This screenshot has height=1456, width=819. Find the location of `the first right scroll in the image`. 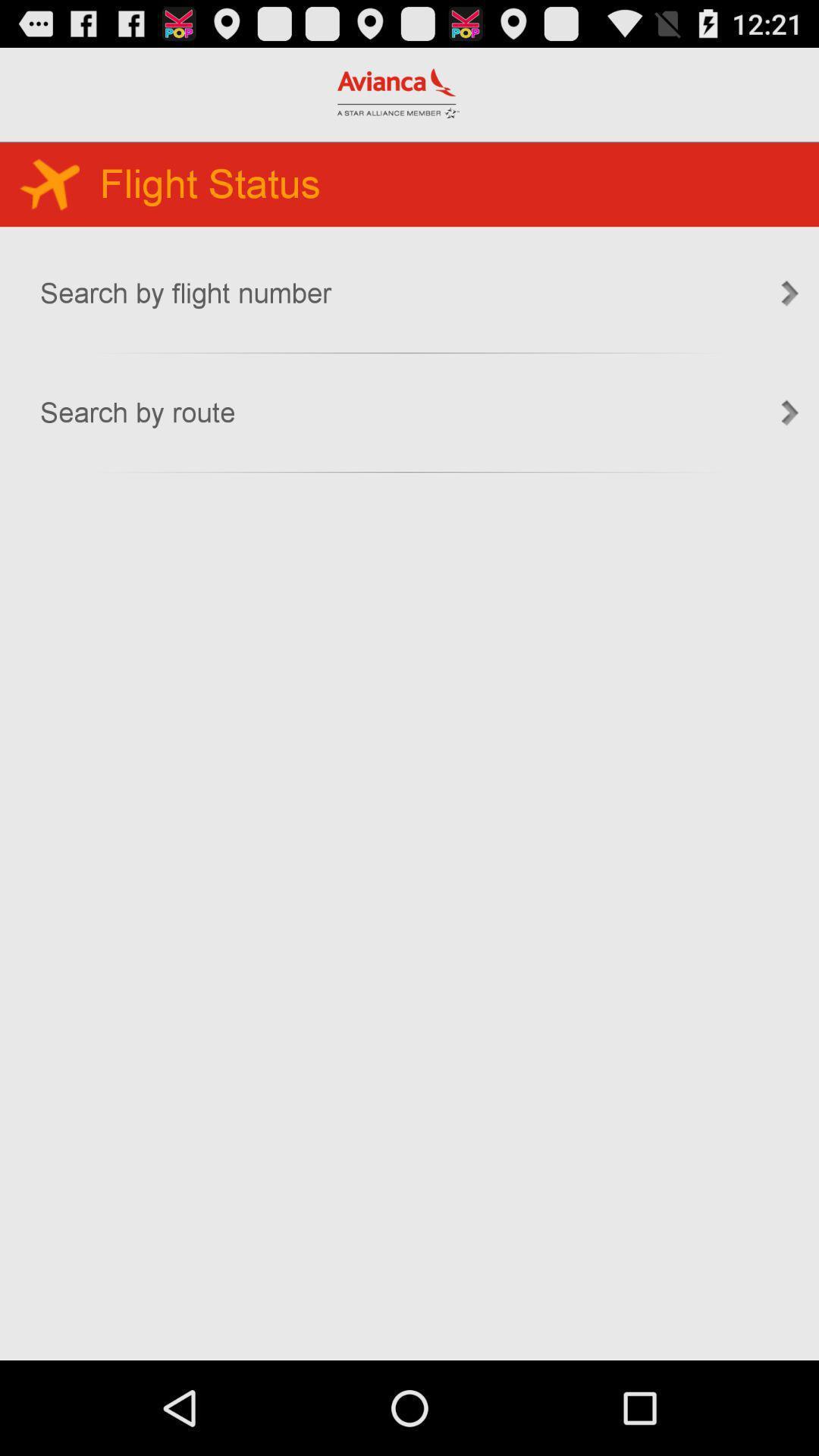

the first right scroll in the image is located at coordinates (789, 293).